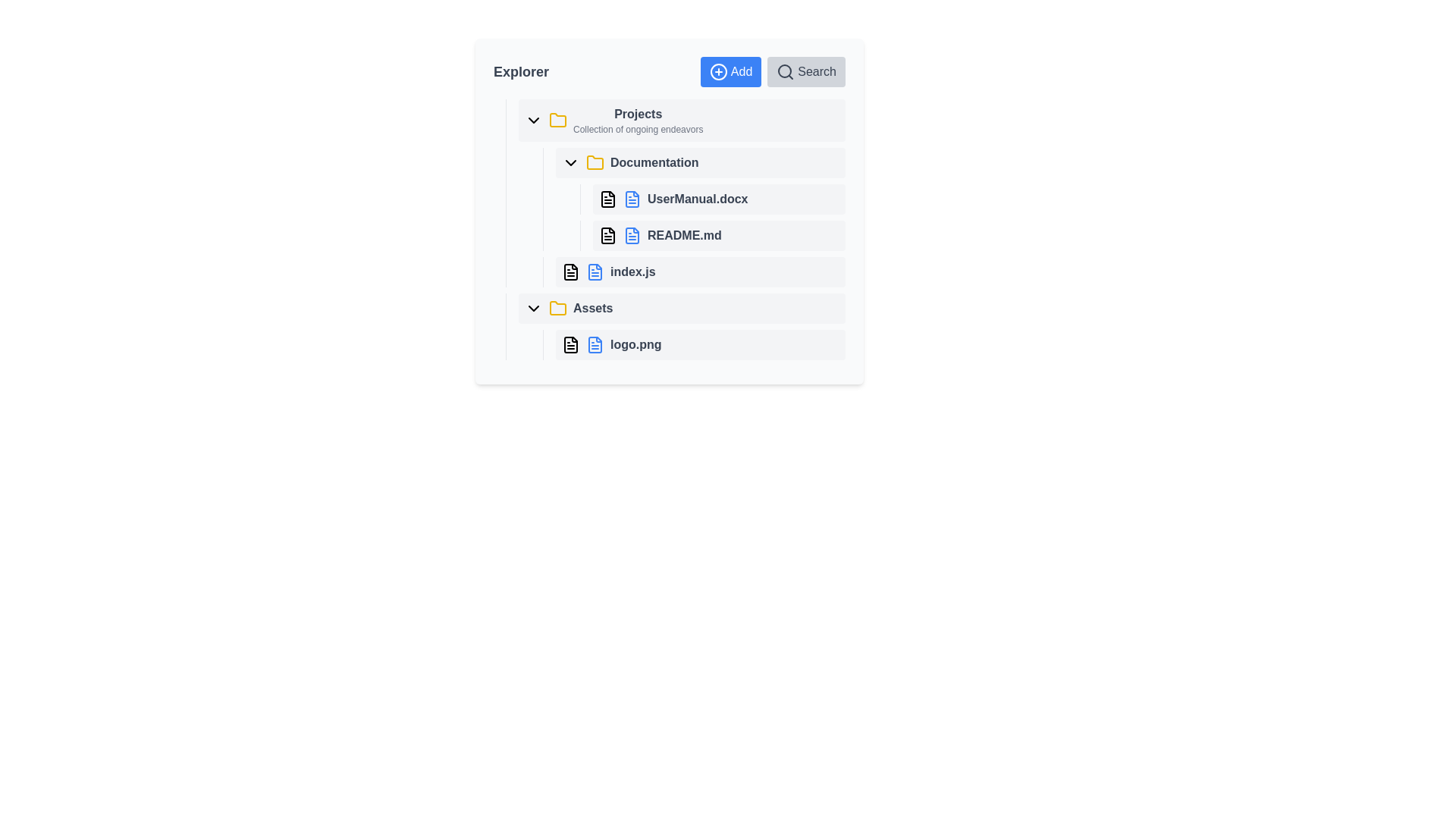  What do you see at coordinates (638, 119) in the screenshot?
I see `the 'Projects' text label, which is a two-line text block under the 'Explorer' header in the file explorer panel` at bounding box center [638, 119].